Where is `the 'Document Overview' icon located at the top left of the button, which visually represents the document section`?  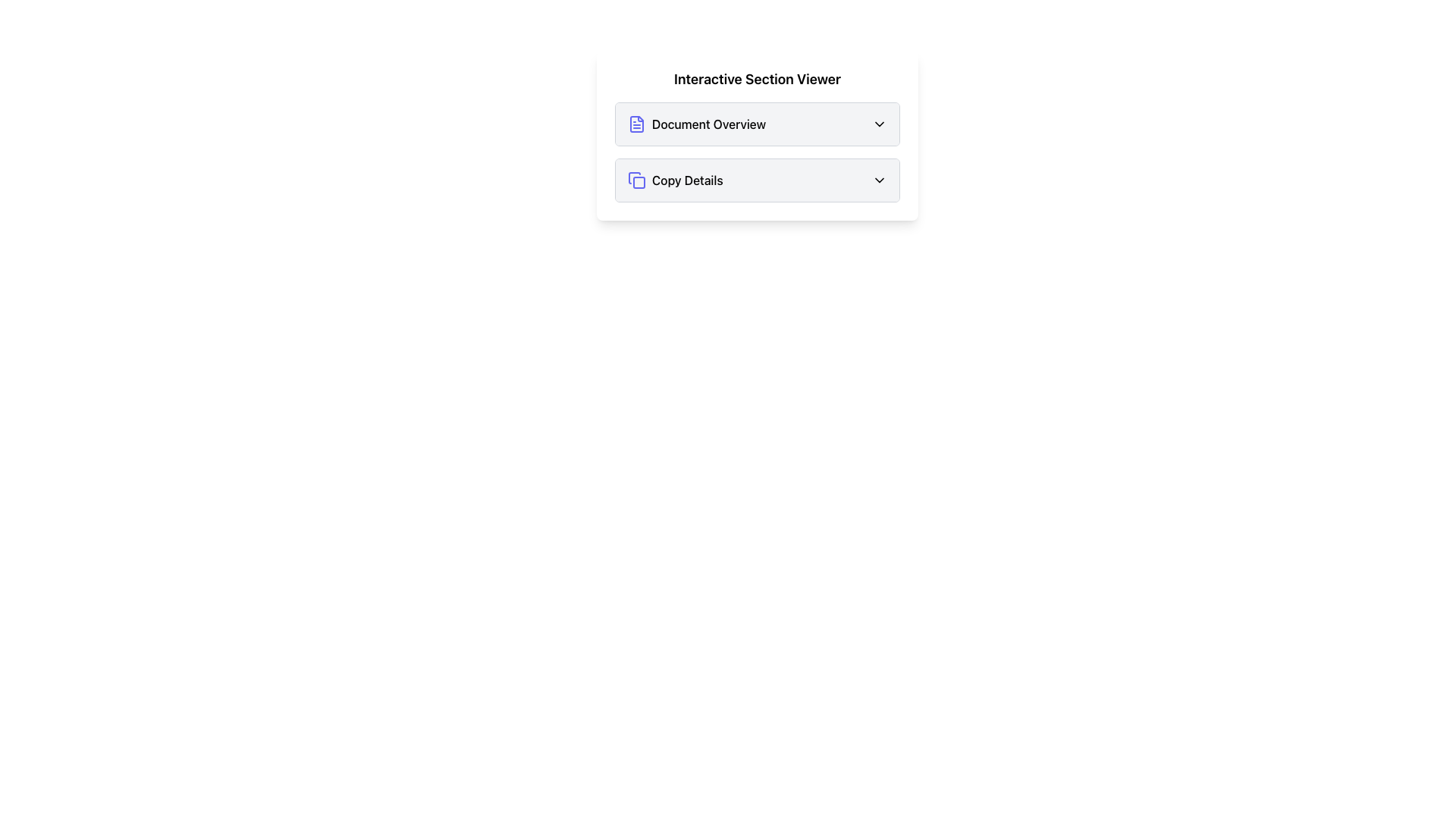 the 'Document Overview' icon located at the top left of the button, which visually represents the document section is located at coordinates (637, 124).